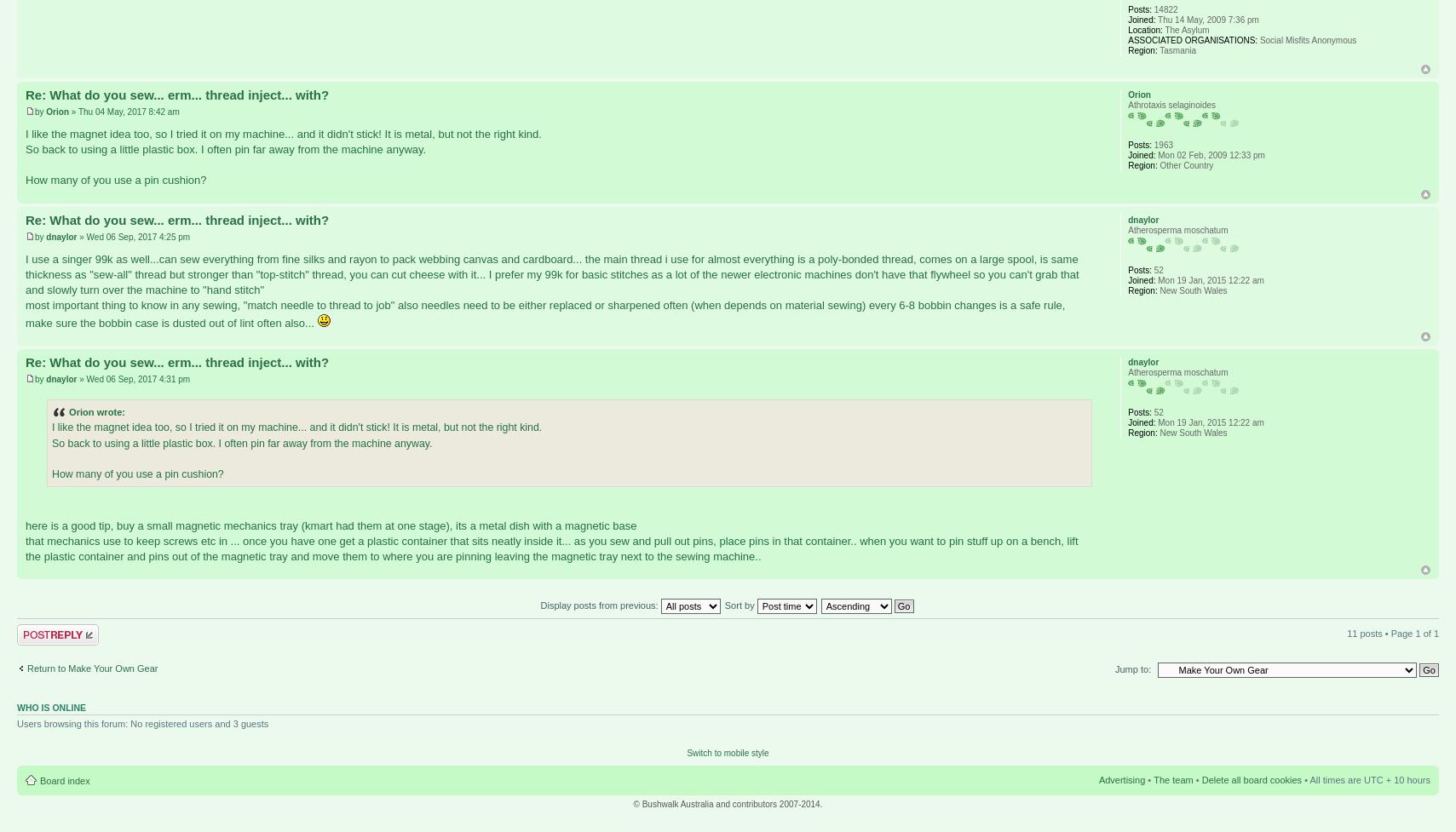 The image size is (1456, 832). I want to click on '» Wed 06 Sep, 2017 4:25 pm', so click(132, 235).